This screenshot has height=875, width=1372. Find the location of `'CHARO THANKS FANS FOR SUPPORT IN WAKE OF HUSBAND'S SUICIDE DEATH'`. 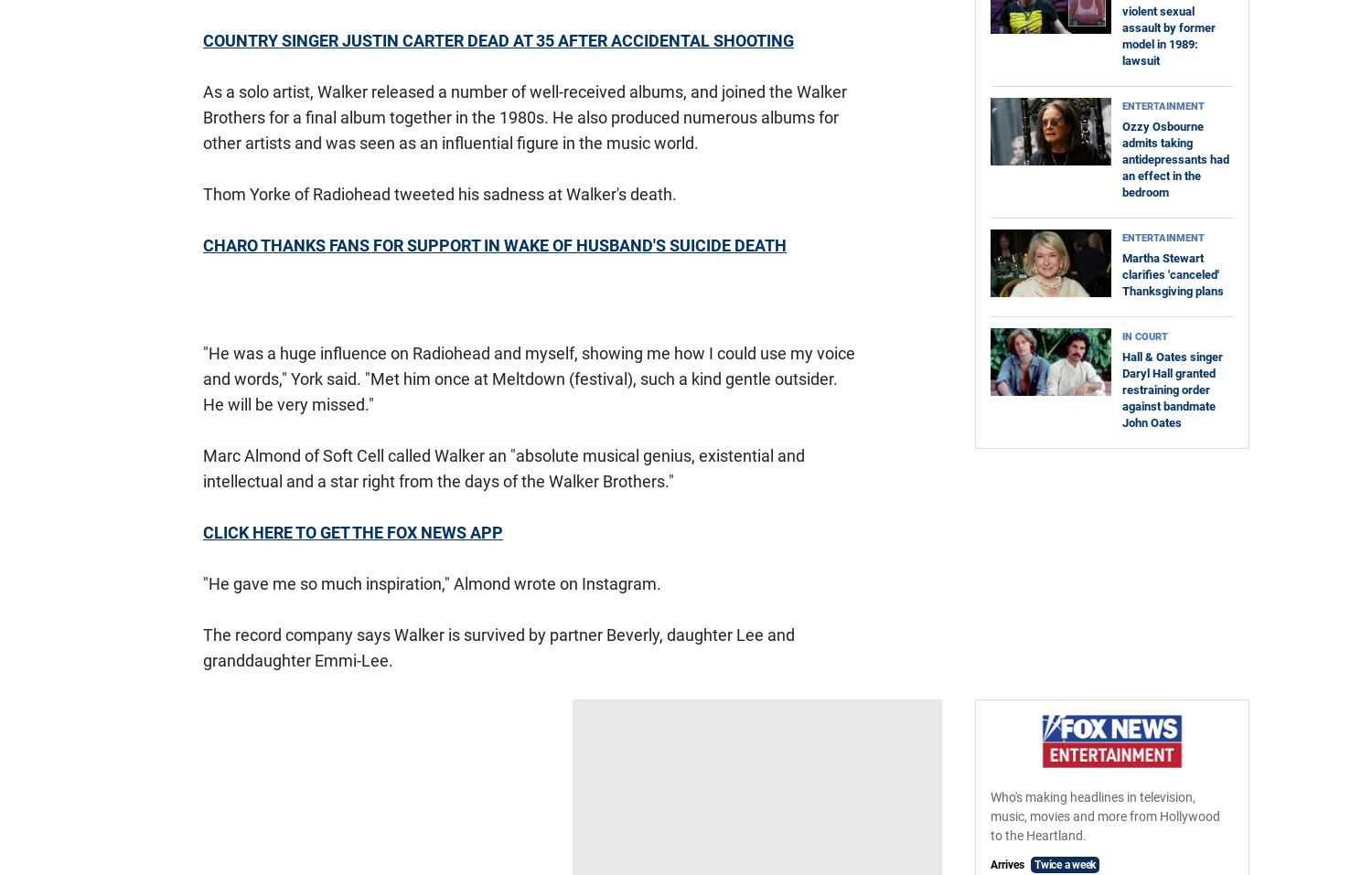

'CHARO THANKS FANS FOR SUPPORT IN WAKE OF HUSBAND'S SUICIDE DEATH' is located at coordinates (495, 244).